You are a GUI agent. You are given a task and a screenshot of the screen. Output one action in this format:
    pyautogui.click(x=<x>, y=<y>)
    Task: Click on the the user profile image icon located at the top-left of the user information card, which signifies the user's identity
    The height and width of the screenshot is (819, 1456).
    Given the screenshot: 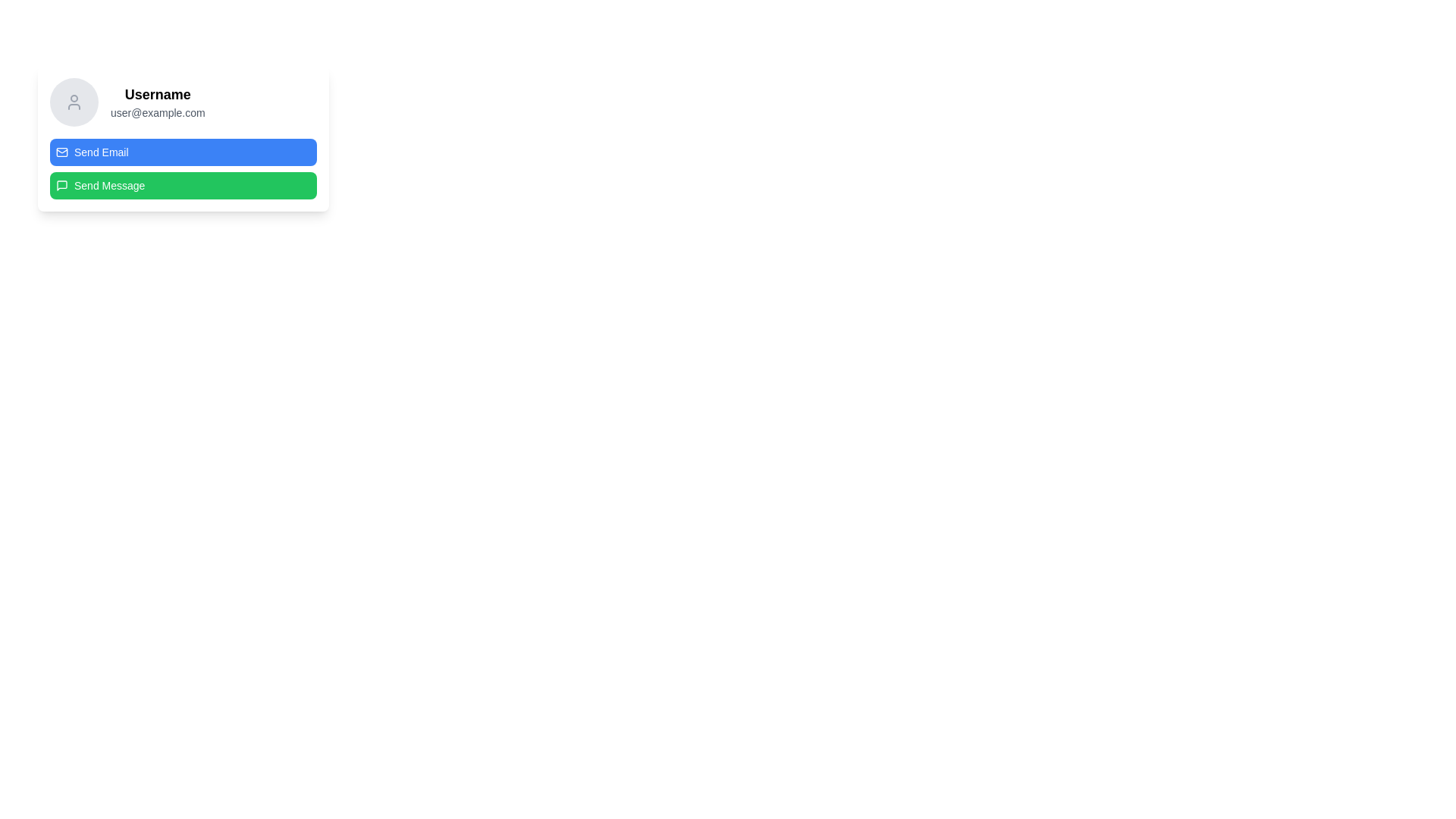 What is the action you would take?
    pyautogui.click(x=73, y=102)
    